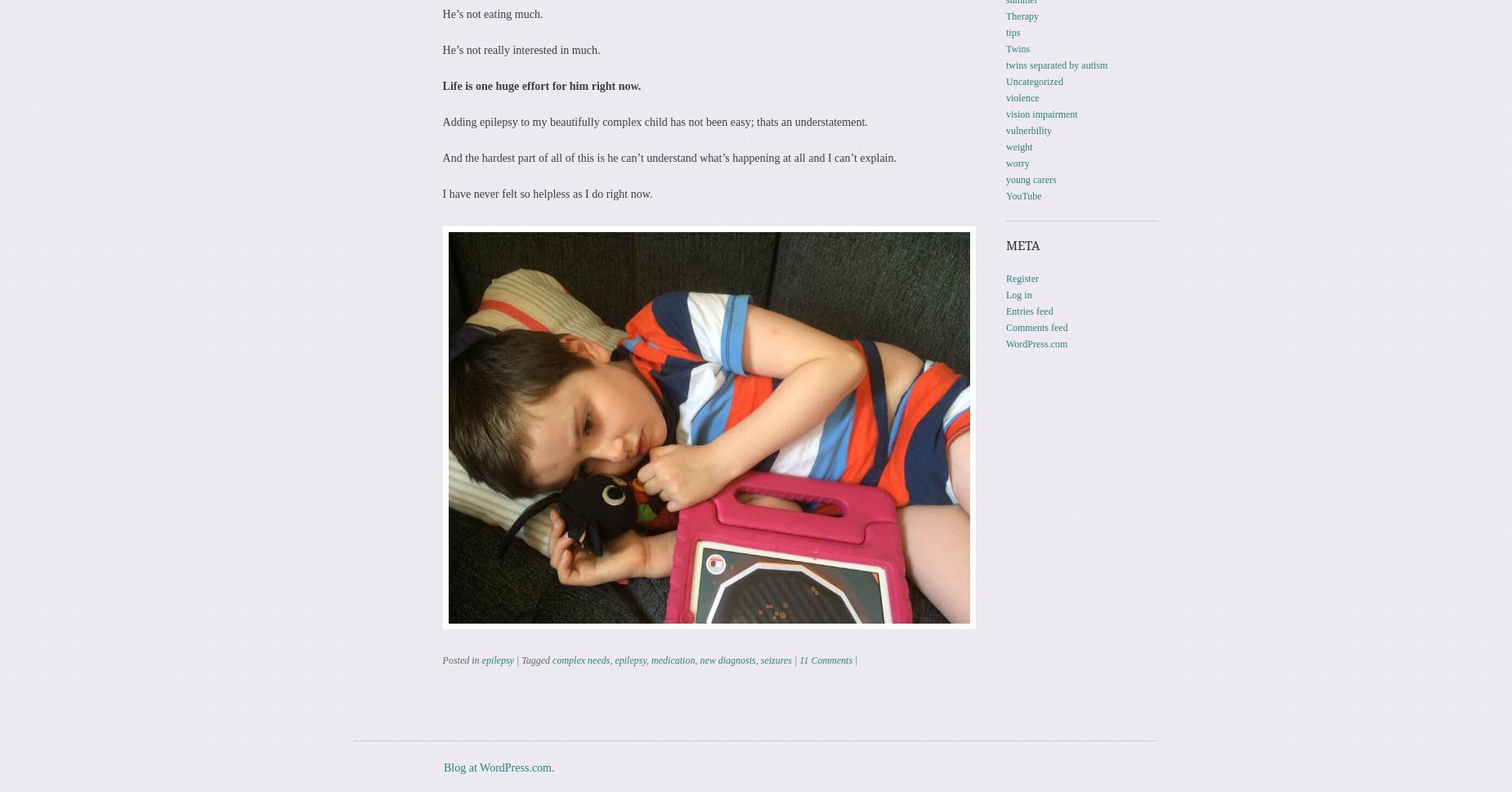 Image resolution: width=1512 pixels, height=792 pixels. I want to click on 'YouTube', so click(1022, 194).